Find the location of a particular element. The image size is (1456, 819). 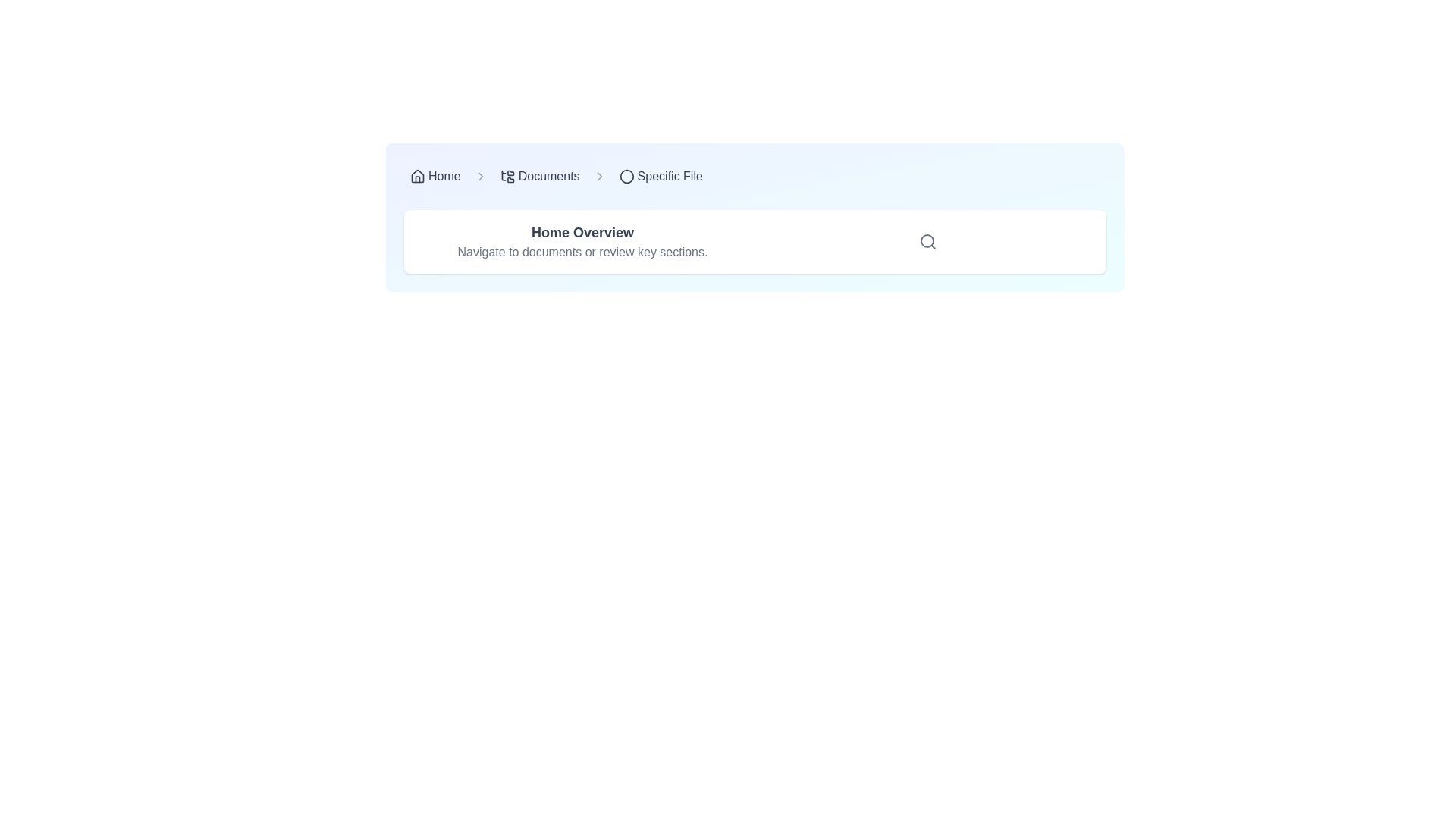

the navigational breadcrumb label indicating the 'Documents' section, positioned between 'Home' and 'Specific File' in the breadcrumb navigation bar is located at coordinates (548, 175).